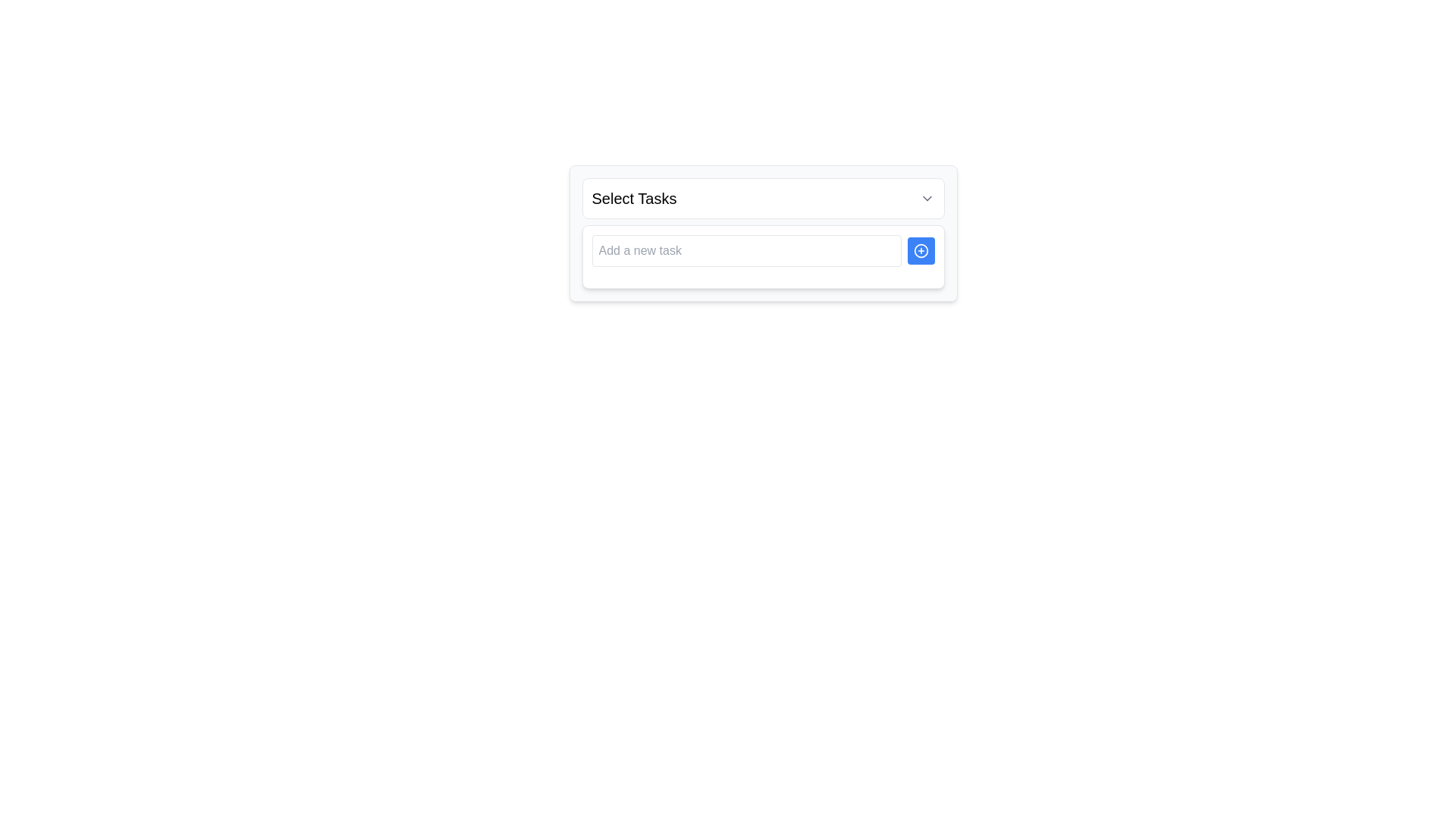 The image size is (1456, 819). I want to click on the action button intended for adding a new task or item, so click(920, 250).